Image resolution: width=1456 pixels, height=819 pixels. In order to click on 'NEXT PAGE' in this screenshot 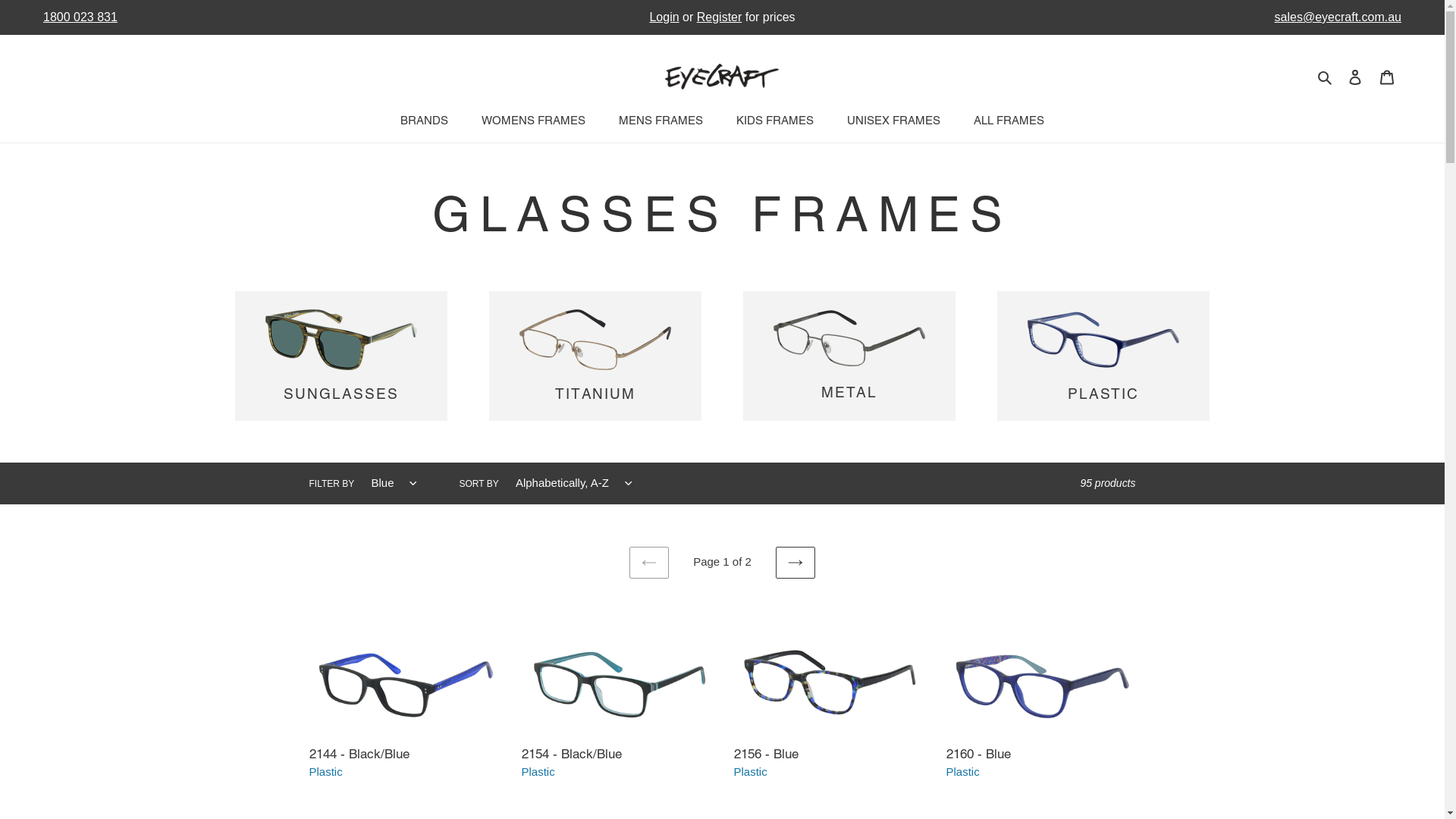, I will do `click(795, 562)`.